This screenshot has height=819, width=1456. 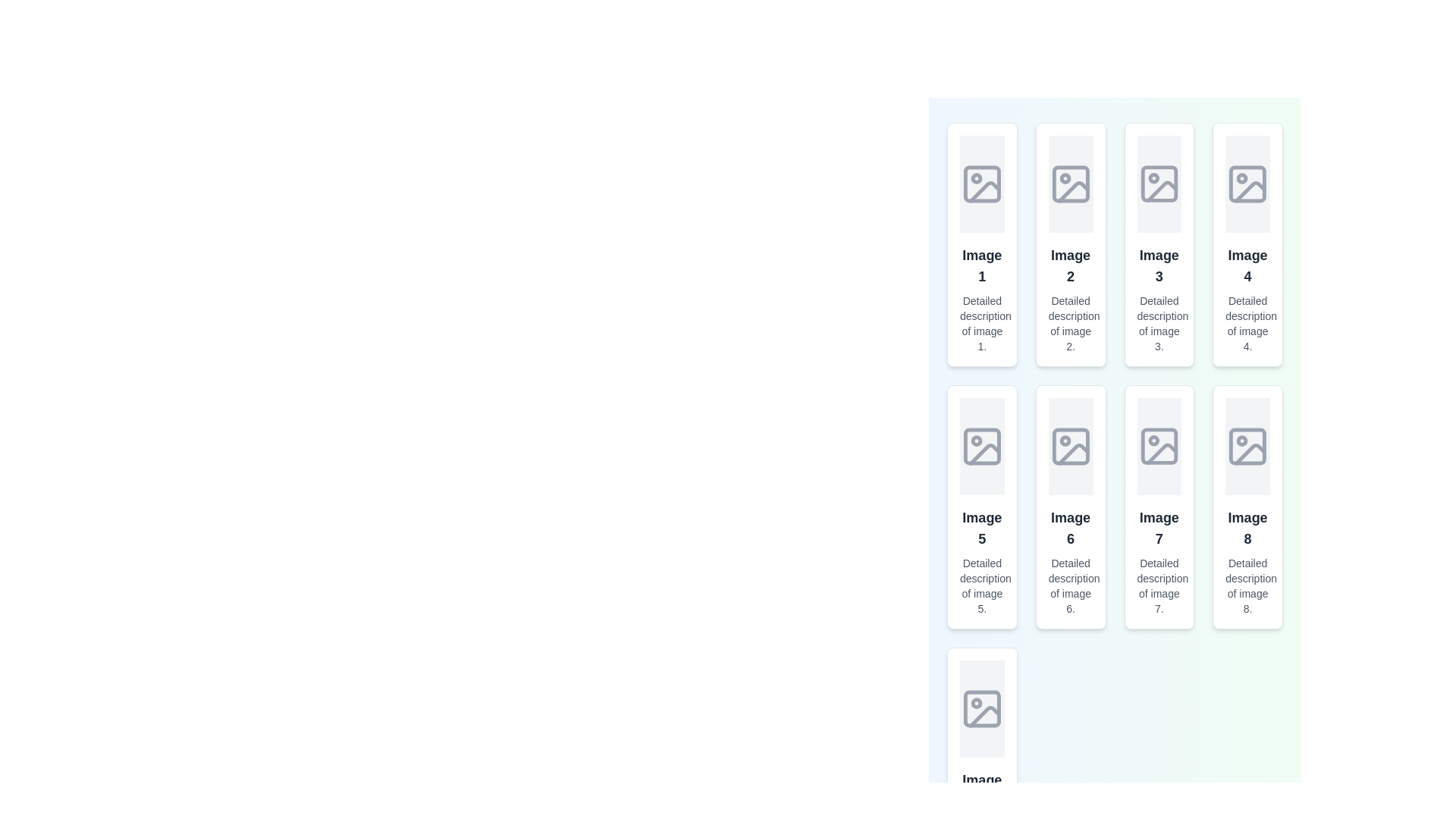 I want to click on the small, rounded rectangle icon resembling an image placeholder, located centrally within the card labeled 'Image 7', so click(x=1158, y=446).